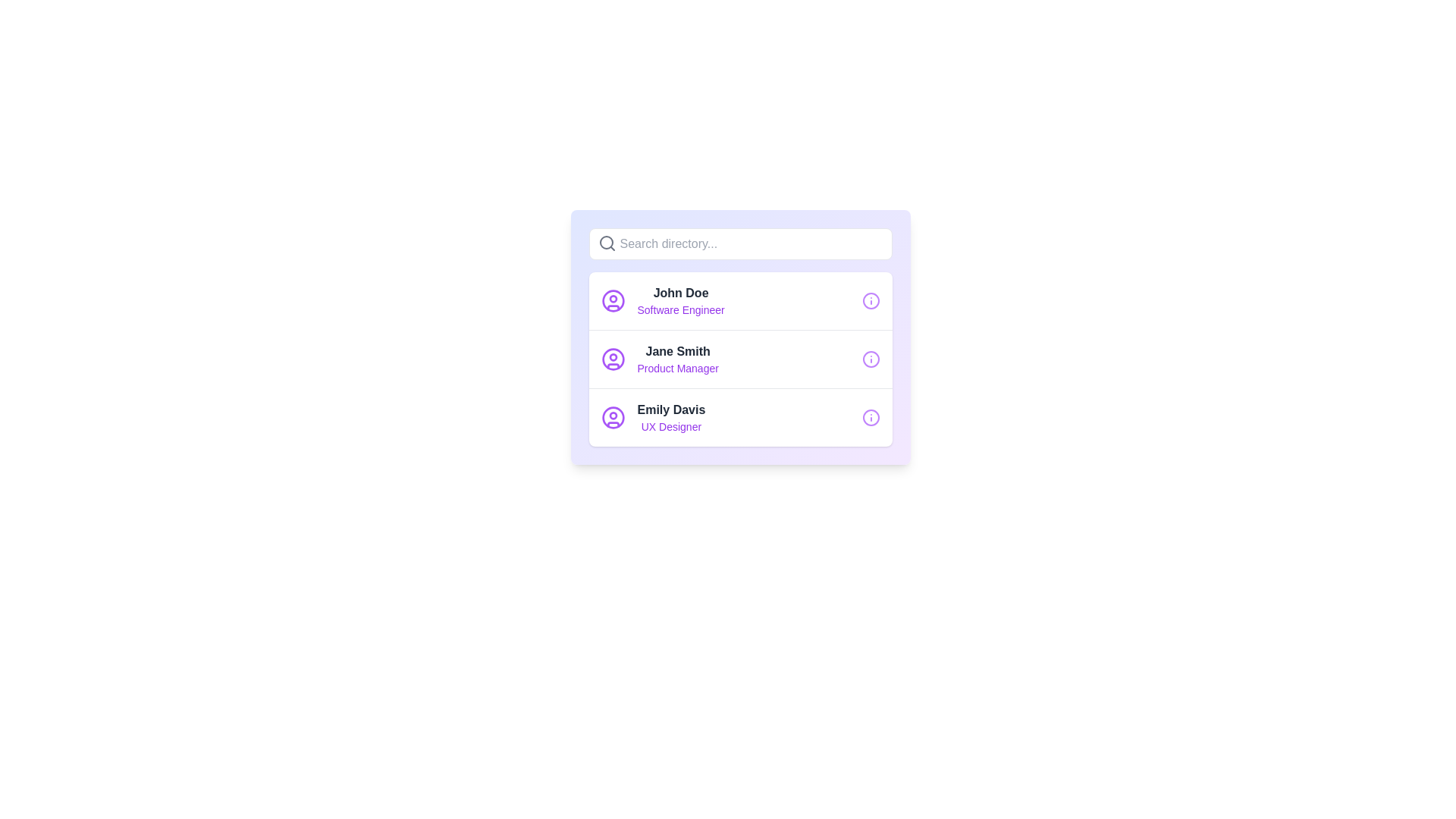  Describe the element at coordinates (680, 309) in the screenshot. I see `the static label text providing descriptive information about the role of 'John Doe', positioned under the bold name text in the top section of the card-like structure` at that location.